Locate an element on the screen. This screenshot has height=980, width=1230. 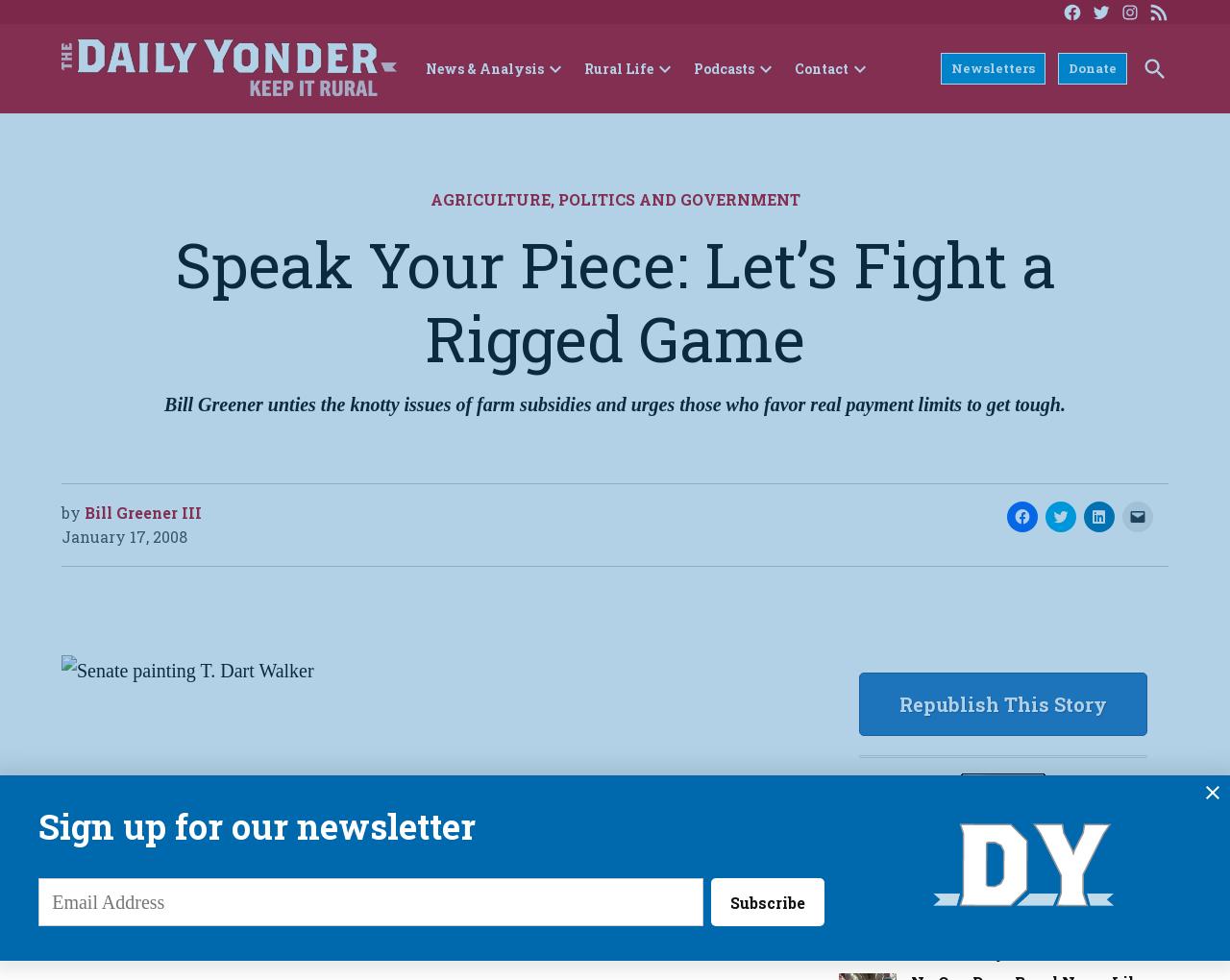
'Republish This Story' is located at coordinates (1001, 702).